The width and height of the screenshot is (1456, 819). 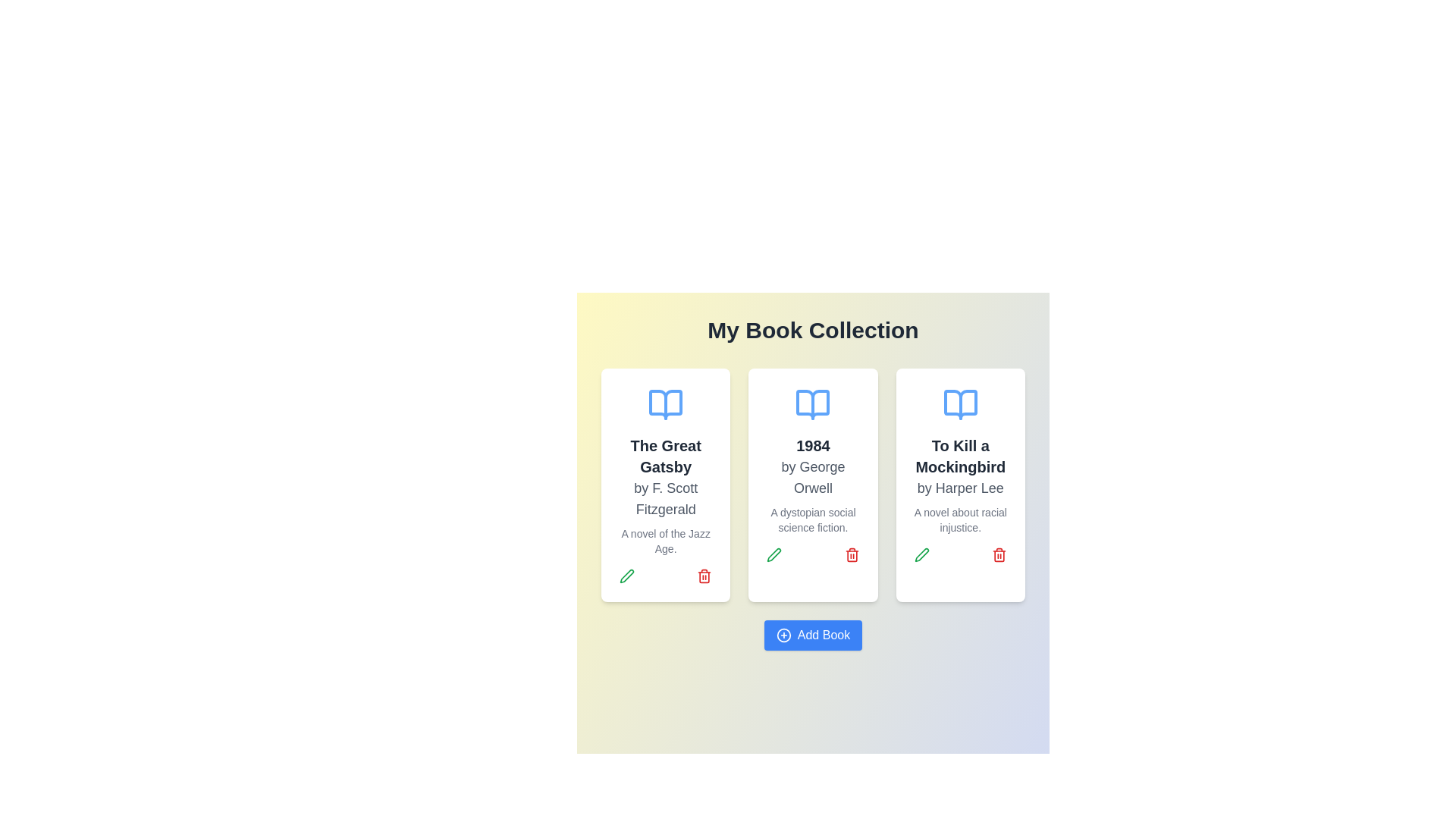 What do you see at coordinates (704, 577) in the screenshot?
I see `the trash bin icon button located at the bottom right of the card for 'The Great Gatsby'` at bounding box center [704, 577].